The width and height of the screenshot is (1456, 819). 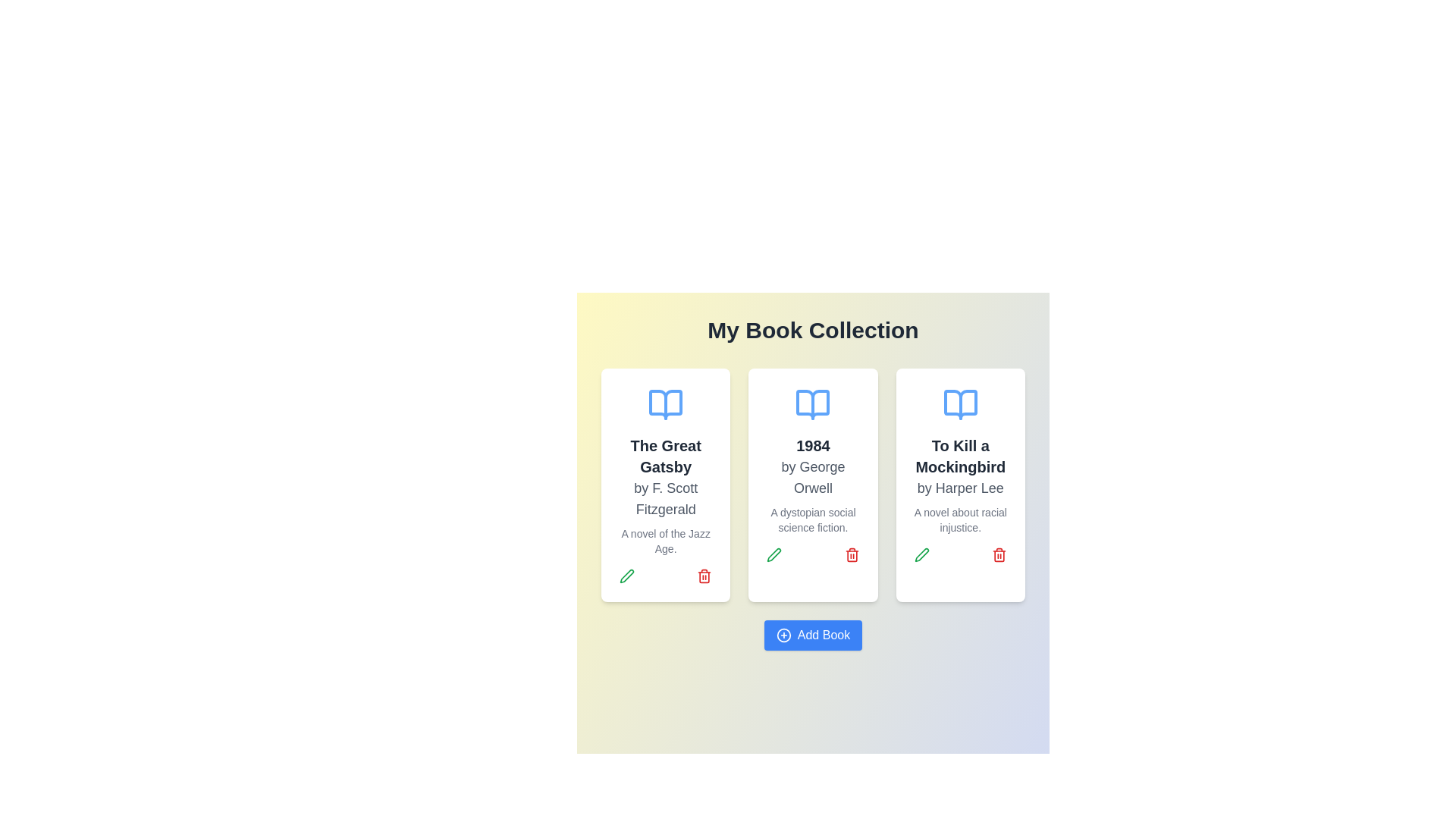 What do you see at coordinates (704, 577) in the screenshot?
I see `the trash bin icon button located at the bottom right of the card for 'The Great Gatsby'` at bounding box center [704, 577].